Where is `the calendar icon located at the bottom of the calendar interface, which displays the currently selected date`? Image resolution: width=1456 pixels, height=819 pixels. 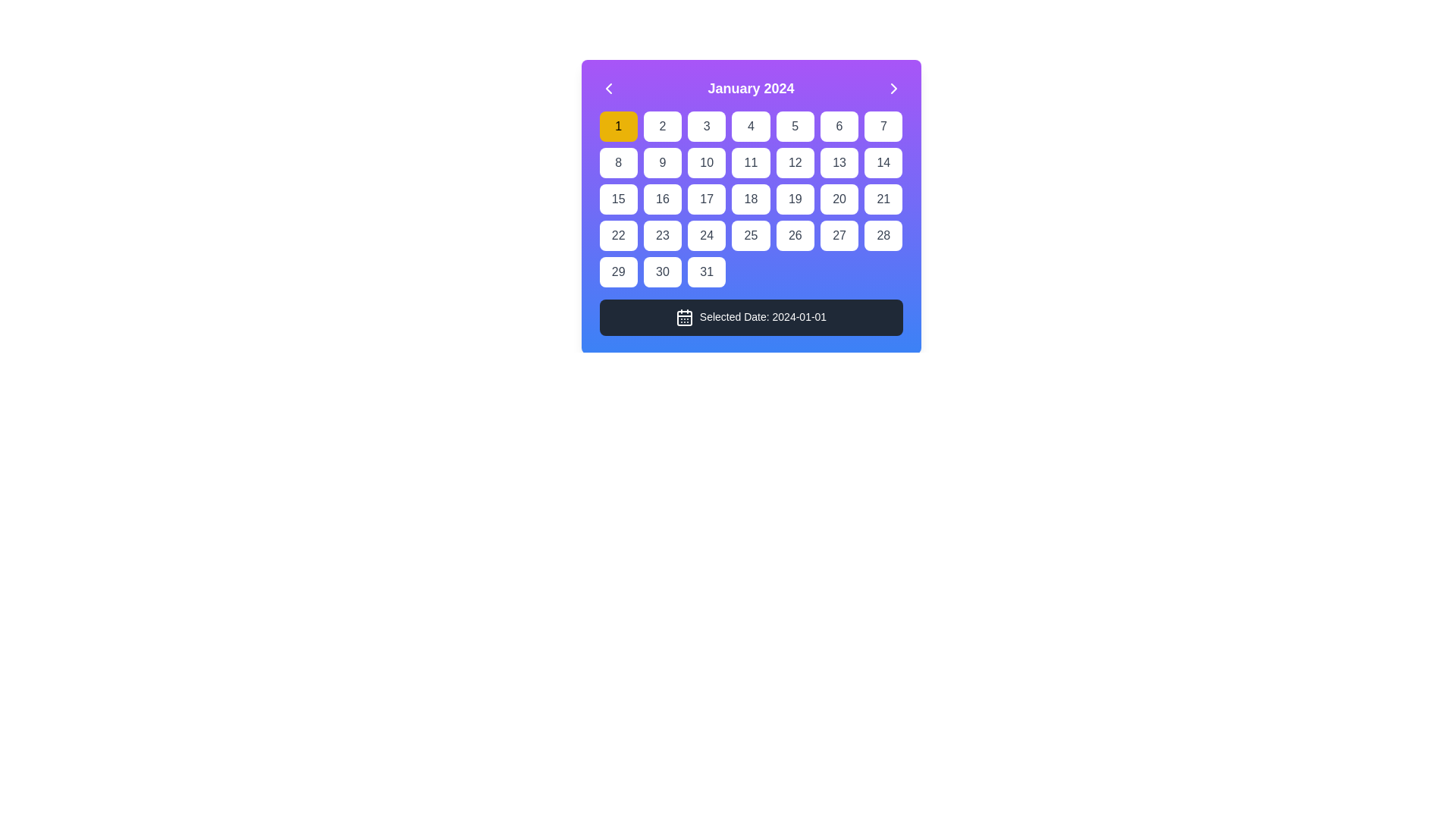
the calendar icon located at the bottom of the calendar interface, which displays the currently selected date is located at coordinates (751, 317).